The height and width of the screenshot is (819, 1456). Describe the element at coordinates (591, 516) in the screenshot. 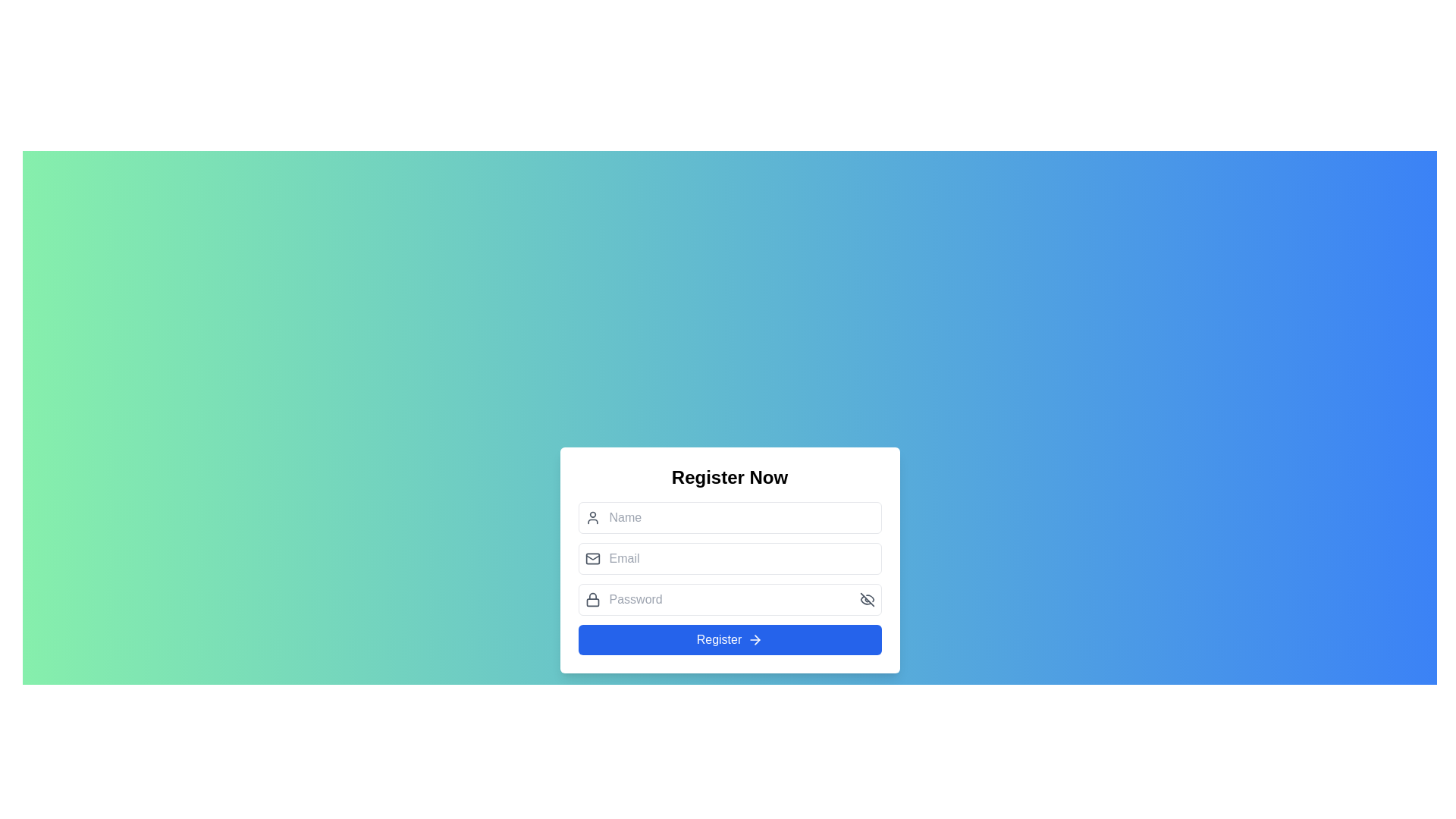

I see `the decorative user icon located to the left of the name input field` at that location.